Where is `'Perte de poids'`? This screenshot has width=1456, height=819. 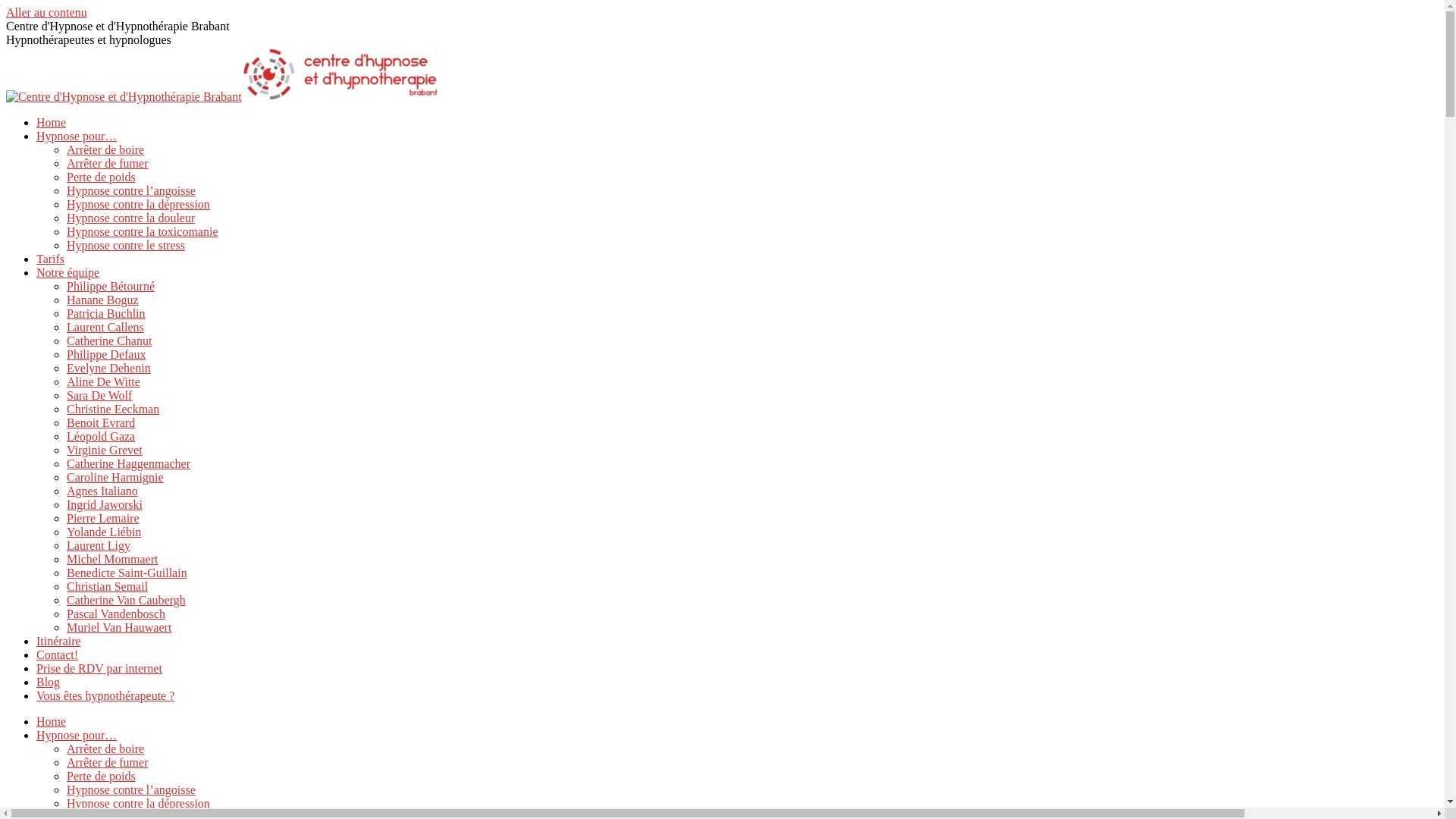 'Perte de poids' is located at coordinates (100, 776).